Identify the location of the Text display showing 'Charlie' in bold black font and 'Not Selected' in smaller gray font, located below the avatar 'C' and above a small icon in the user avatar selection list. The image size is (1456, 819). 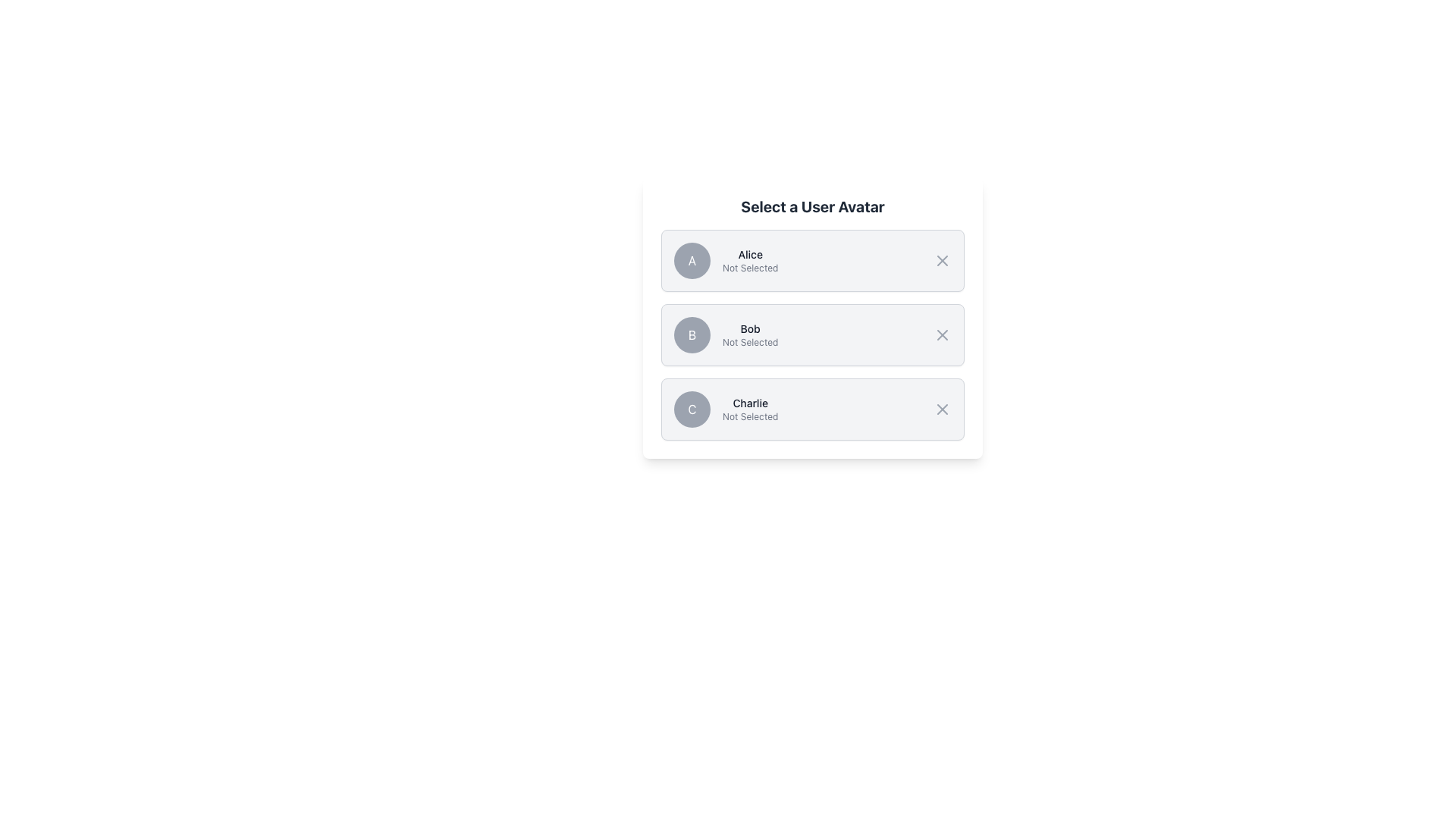
(750, 409).